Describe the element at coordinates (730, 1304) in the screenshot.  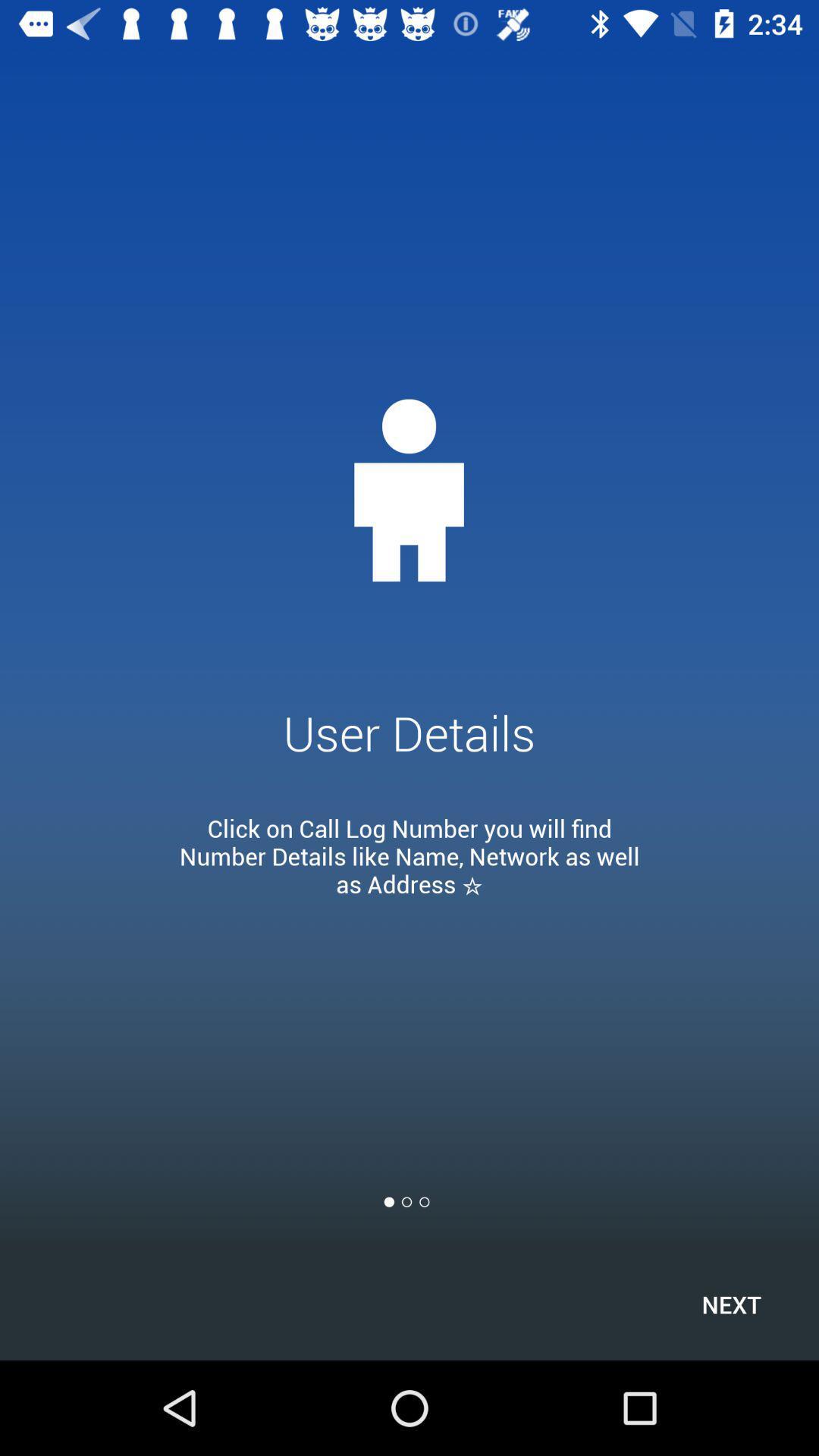
I see `item at the bottom right corner` at that location.